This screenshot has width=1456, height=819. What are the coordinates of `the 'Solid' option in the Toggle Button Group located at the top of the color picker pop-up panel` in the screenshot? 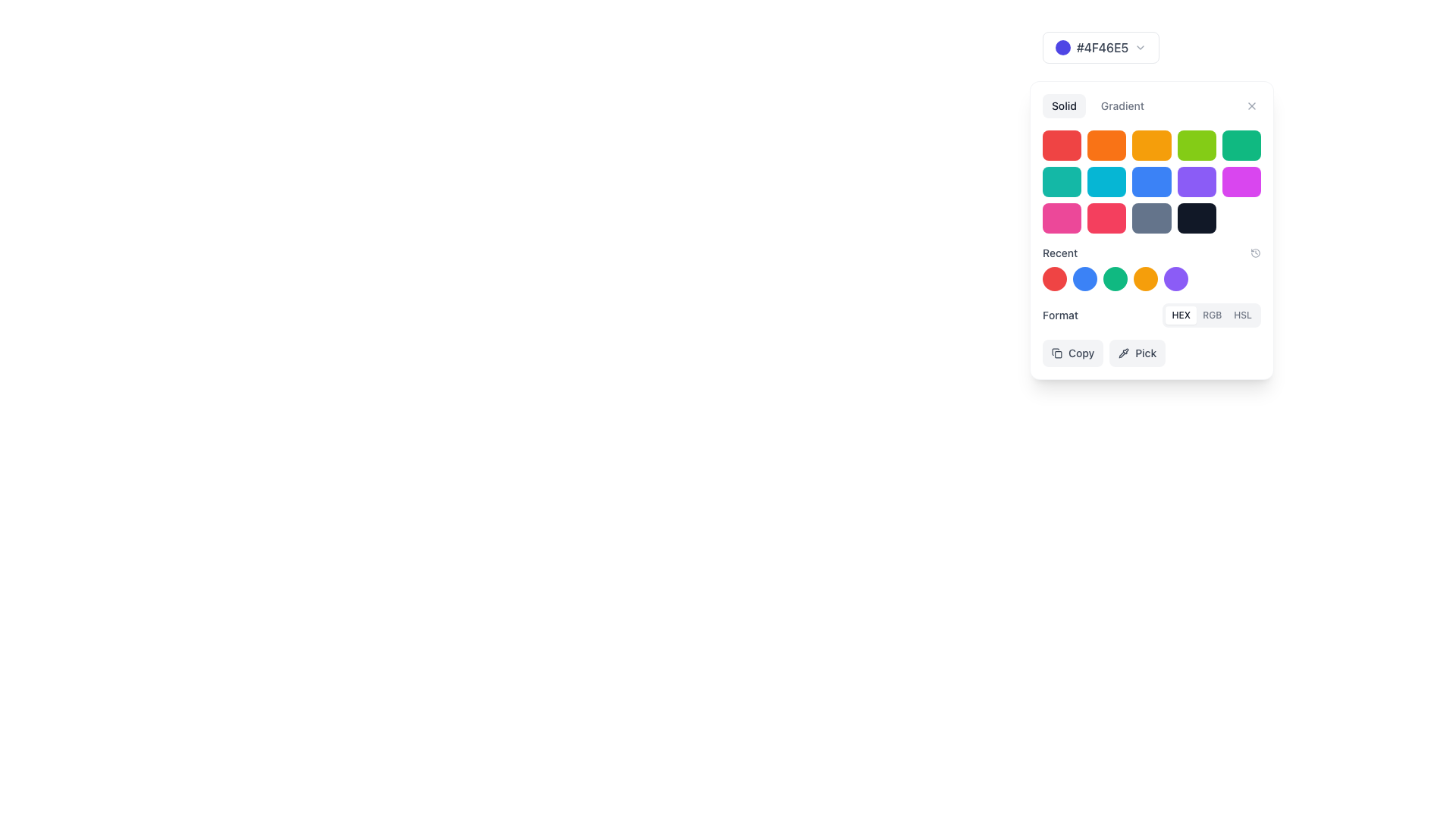 It's located at (1097, 105).